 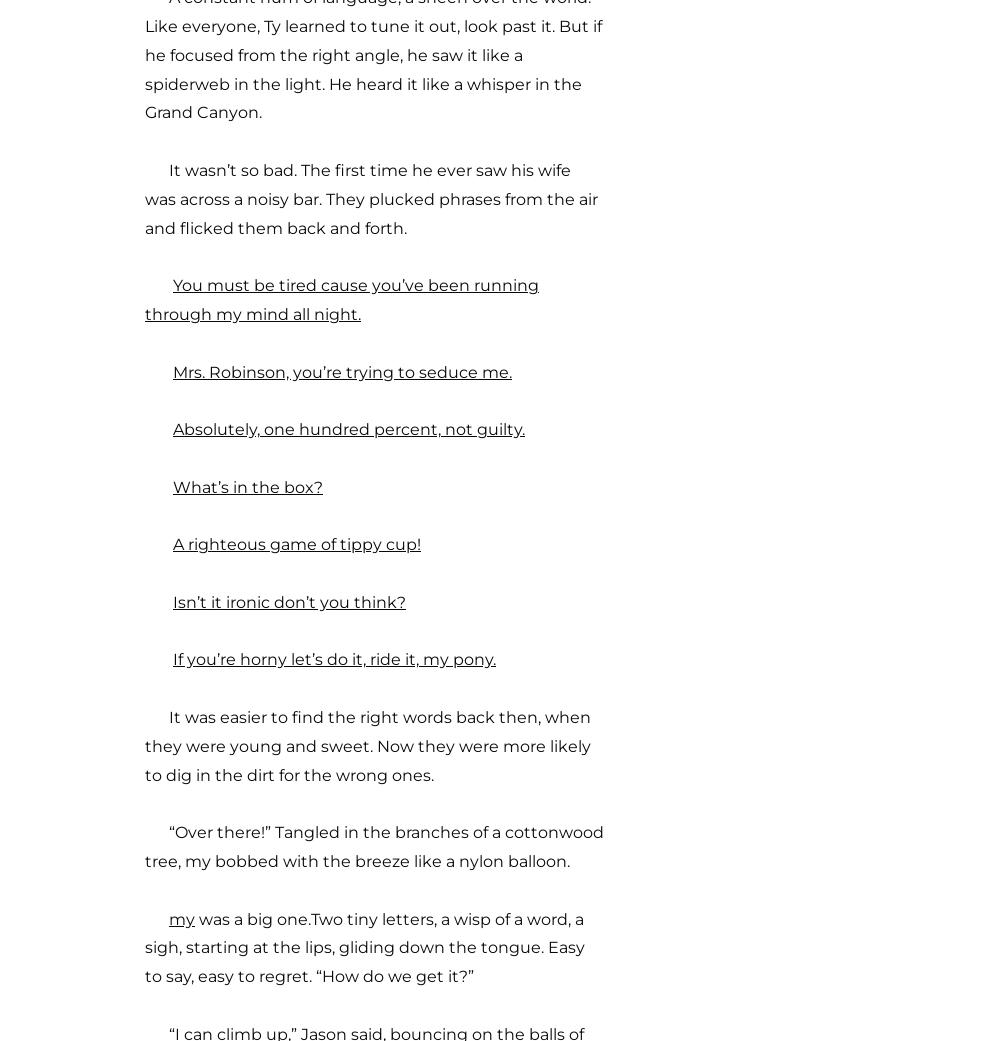 I want to click on 'It was easier to find the right words back then, when they were young and sweet. Now they were more likely to dig in the dirt for the wrong ones.', so click(x=145, y=745).